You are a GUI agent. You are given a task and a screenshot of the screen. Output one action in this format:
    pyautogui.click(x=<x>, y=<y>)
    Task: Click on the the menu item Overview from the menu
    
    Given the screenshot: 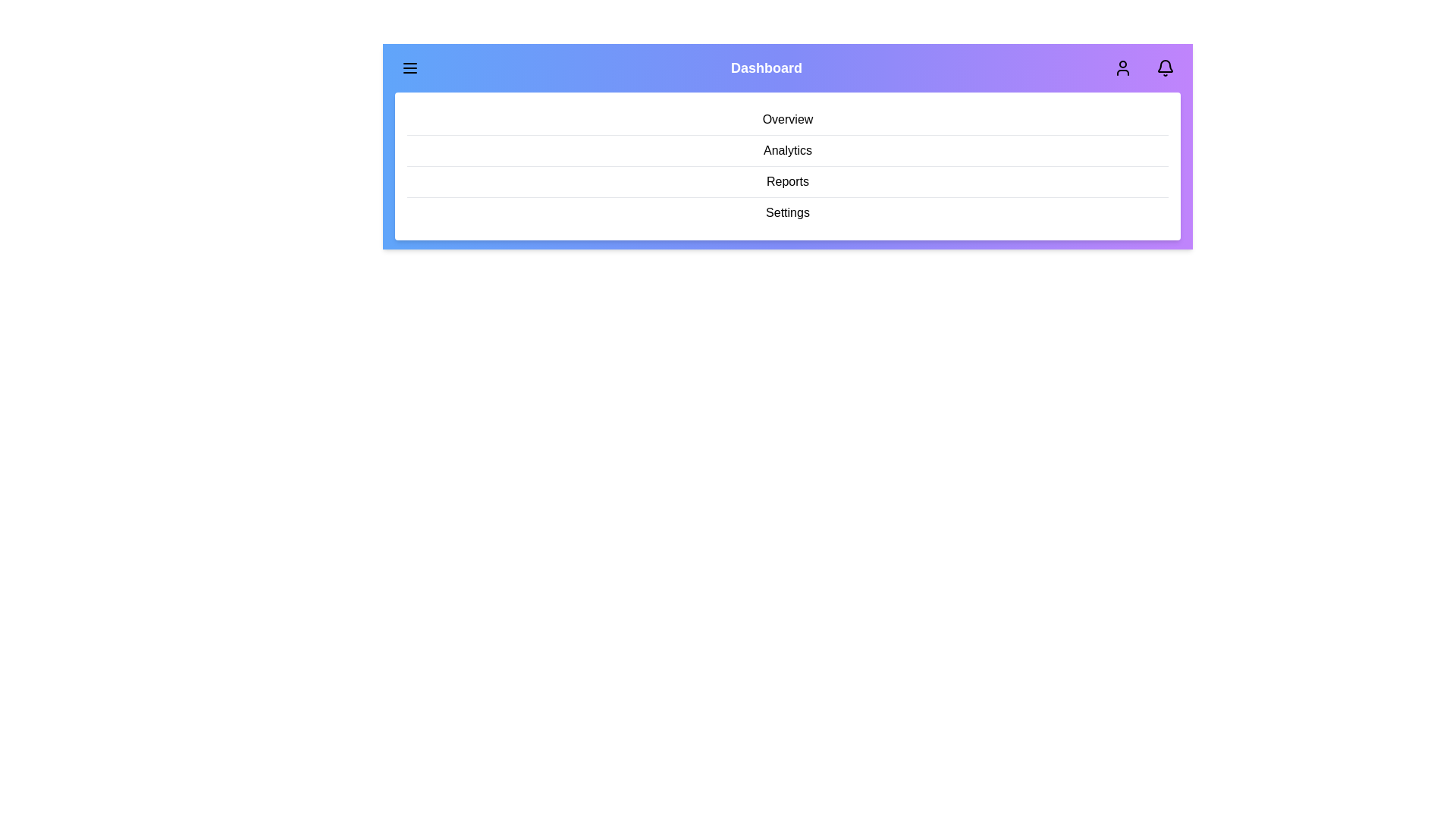 What is the action you would take?
    pyautogui.click(x=787, y=119)
    